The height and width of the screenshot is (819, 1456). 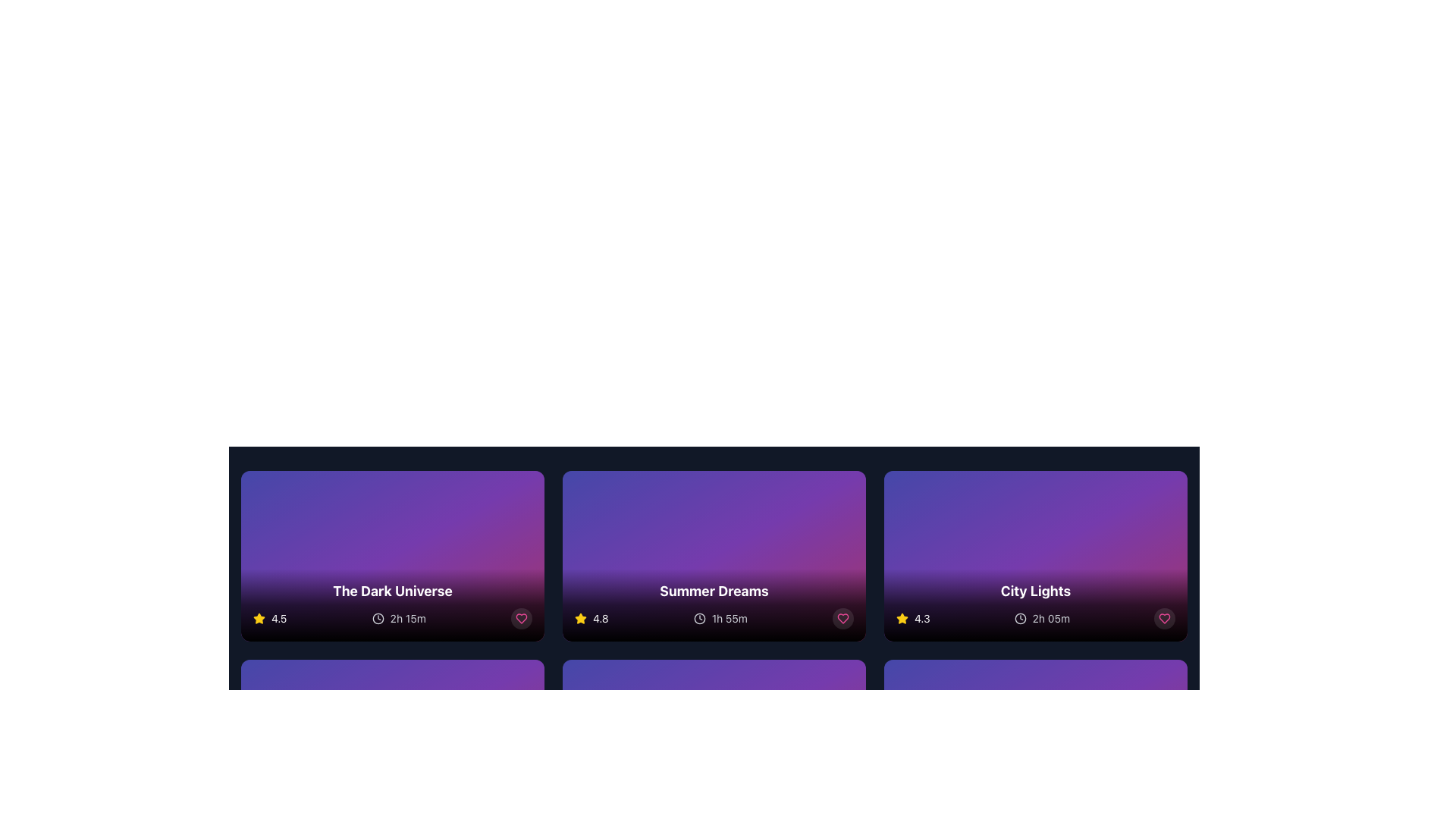 I want to click on rating score text located just right of the yellow star icon in the bottom-left corner of the card titled 'The Dark Universe', so click(x=279, y=619).